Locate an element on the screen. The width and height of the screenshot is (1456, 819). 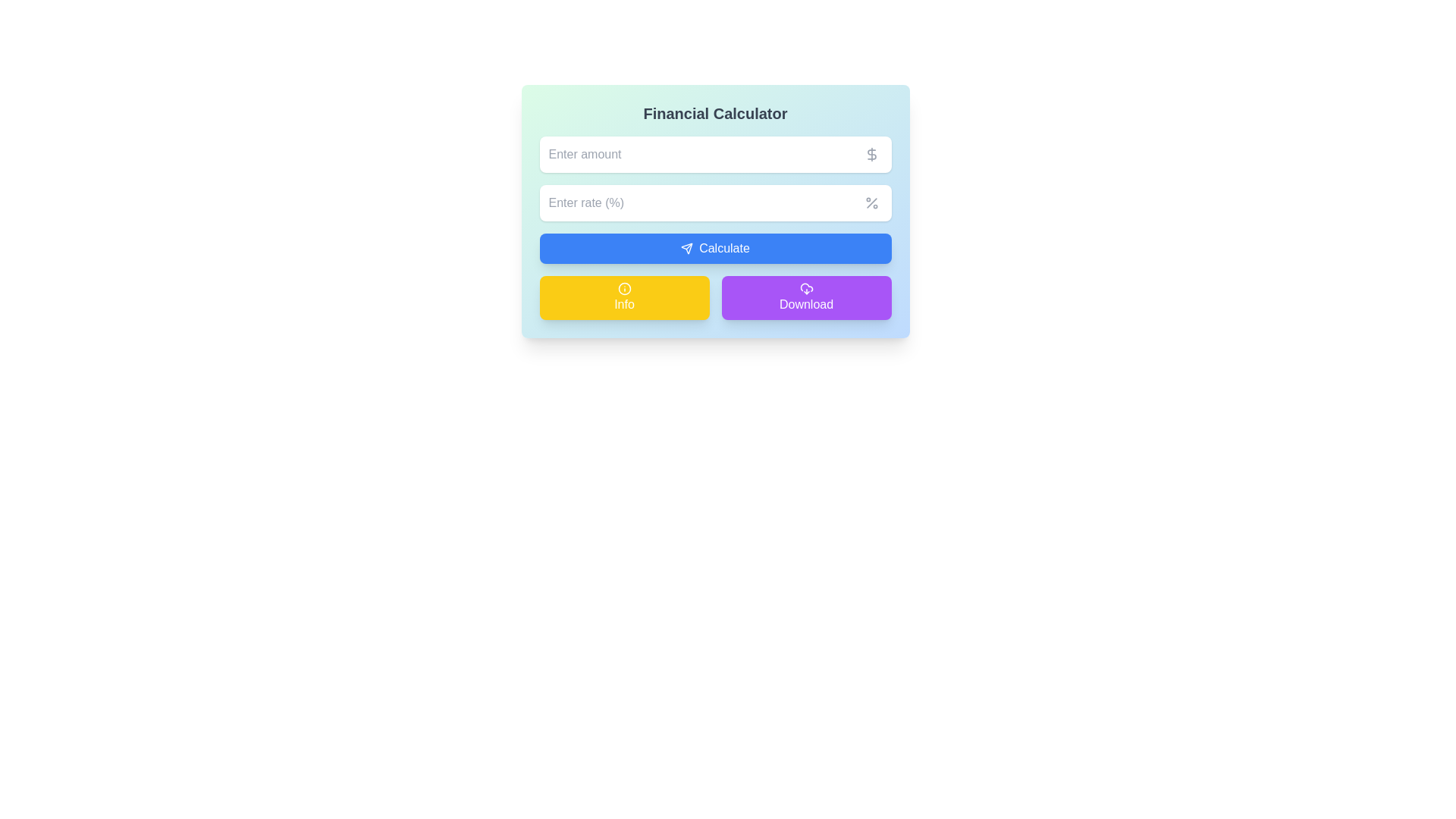
the sending or submitting action icon located to the left of the 'Calculate' button, near the center of the button's vertical axis is located at coordinates (686, 247).